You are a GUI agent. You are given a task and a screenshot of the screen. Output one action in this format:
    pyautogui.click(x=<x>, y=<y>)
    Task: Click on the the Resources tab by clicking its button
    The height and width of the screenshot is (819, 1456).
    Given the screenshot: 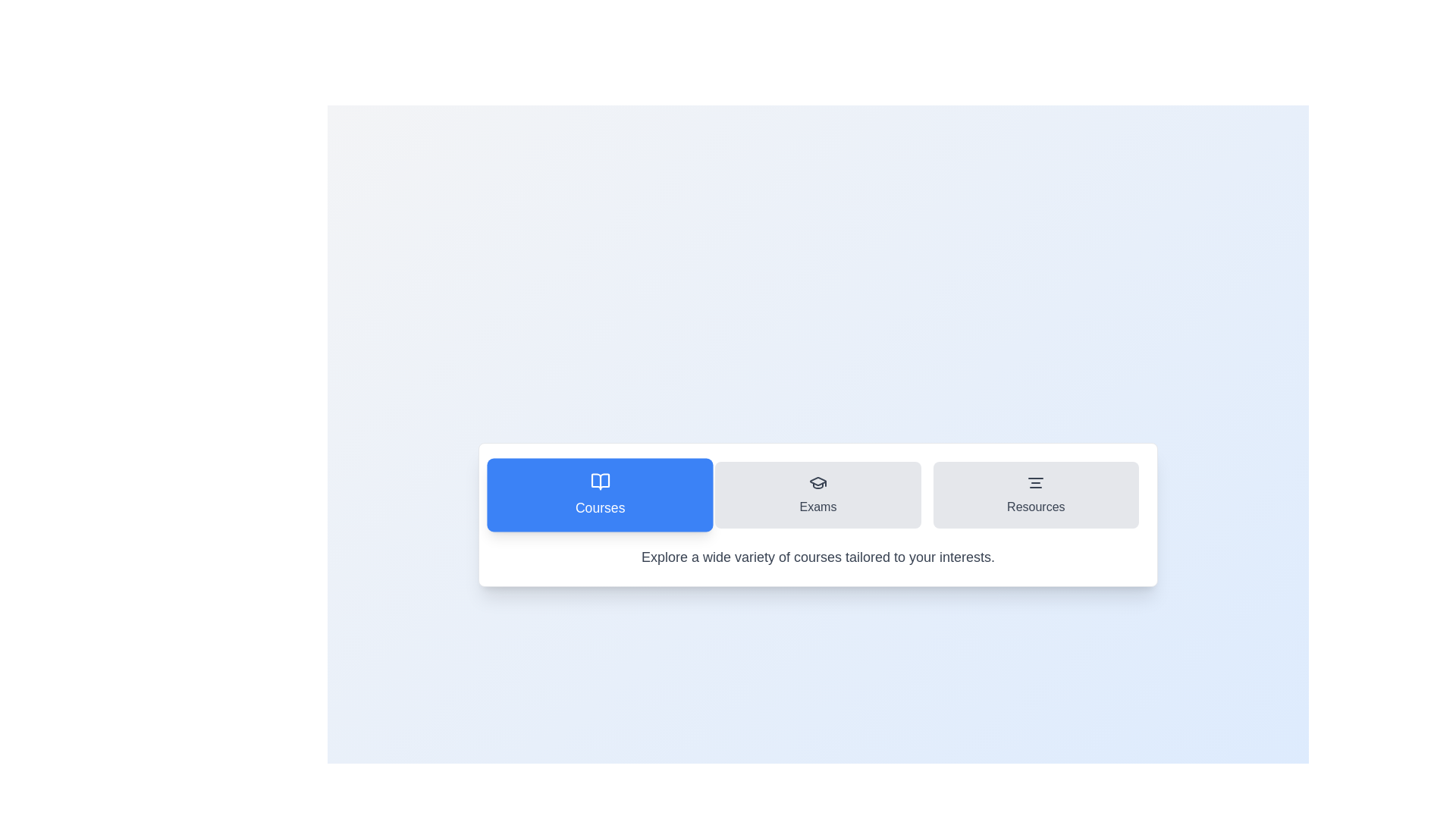 What is the action you would take?
    pyautogui.click(x=1035, y=494)
    